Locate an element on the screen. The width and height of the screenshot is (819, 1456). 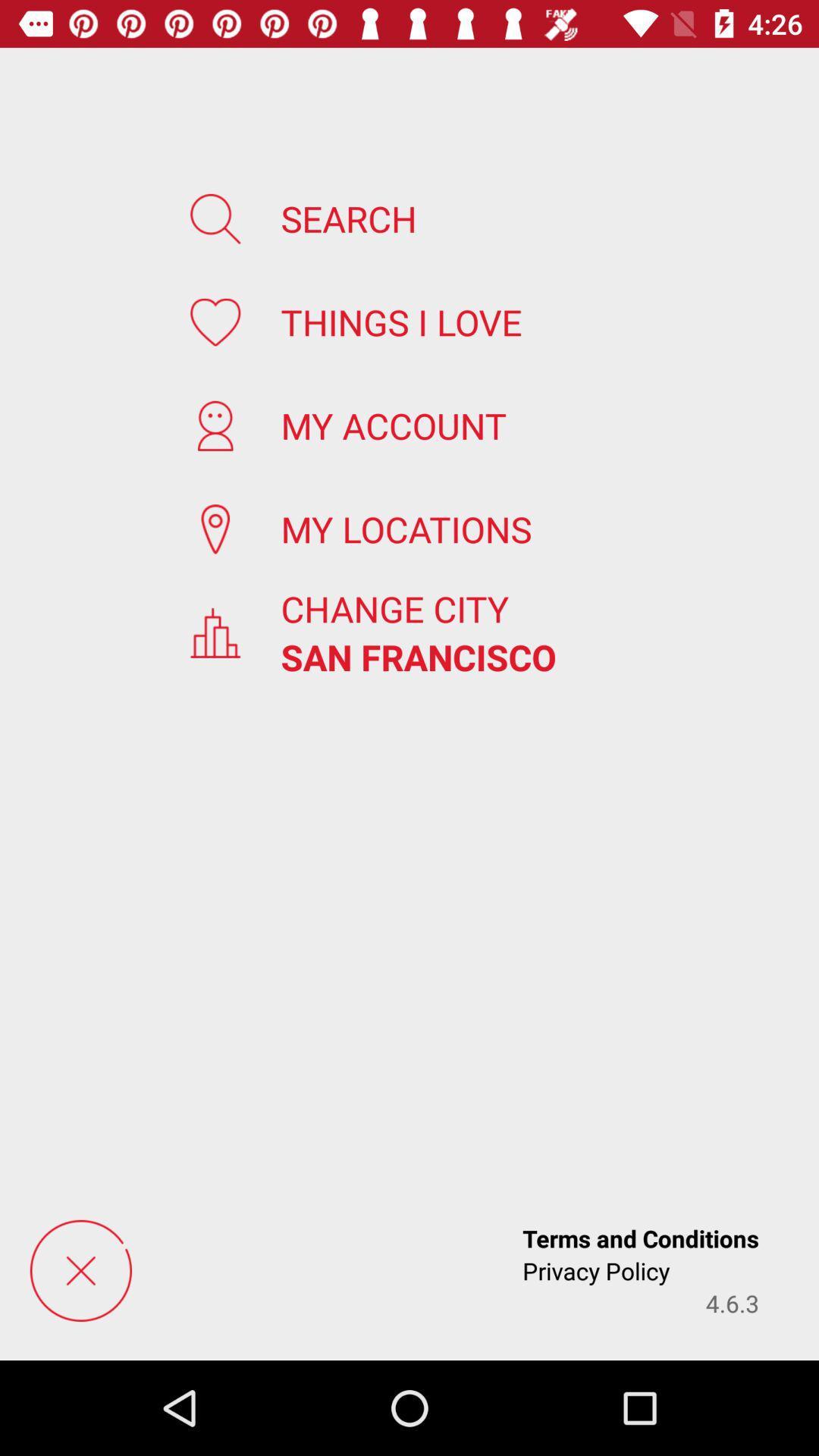
the icon above my locations item is located at coordinates (393, 425).